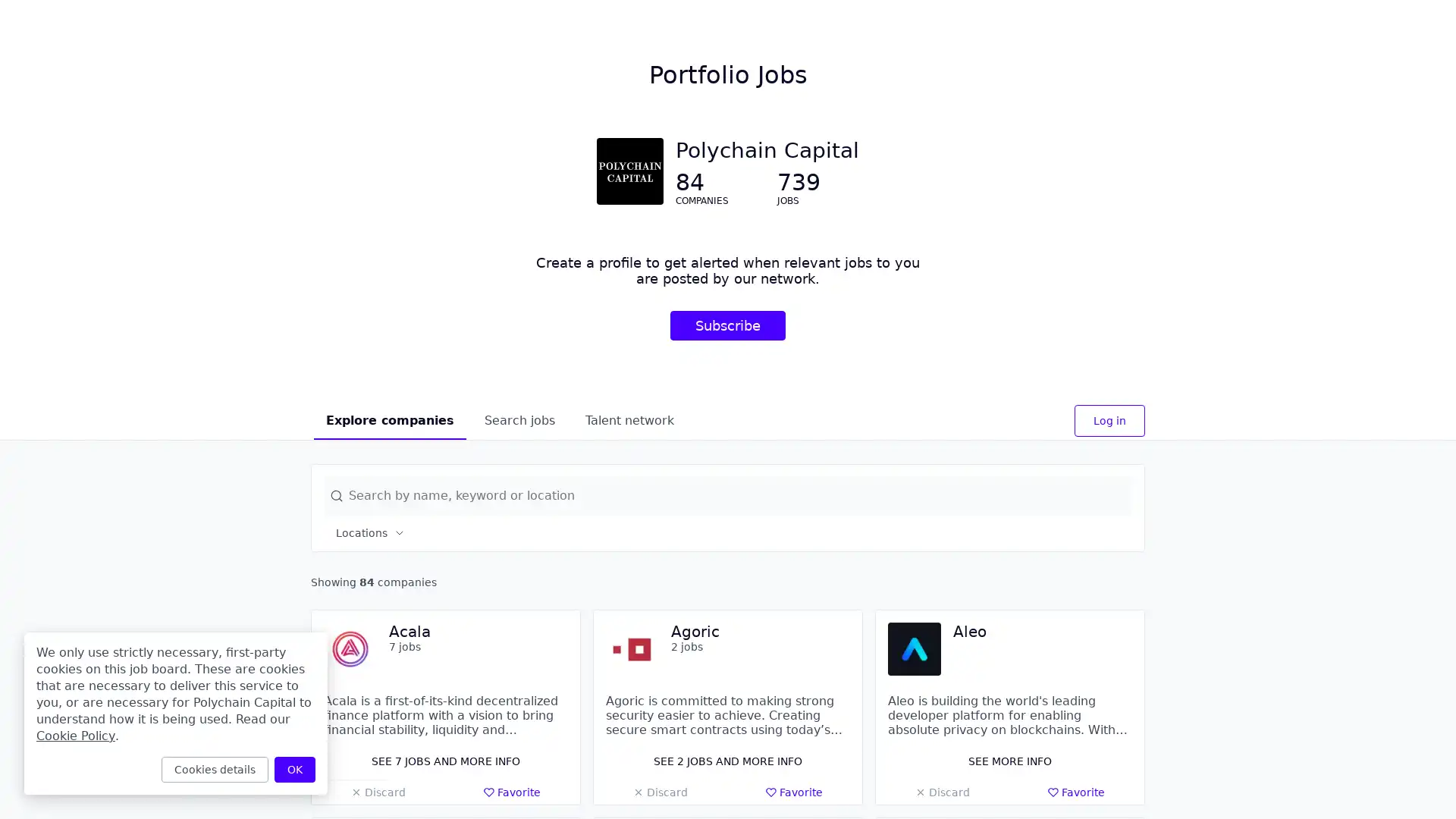 This screenshot has width=1456, height=819. I want to click on Discard, so click(378, 792).